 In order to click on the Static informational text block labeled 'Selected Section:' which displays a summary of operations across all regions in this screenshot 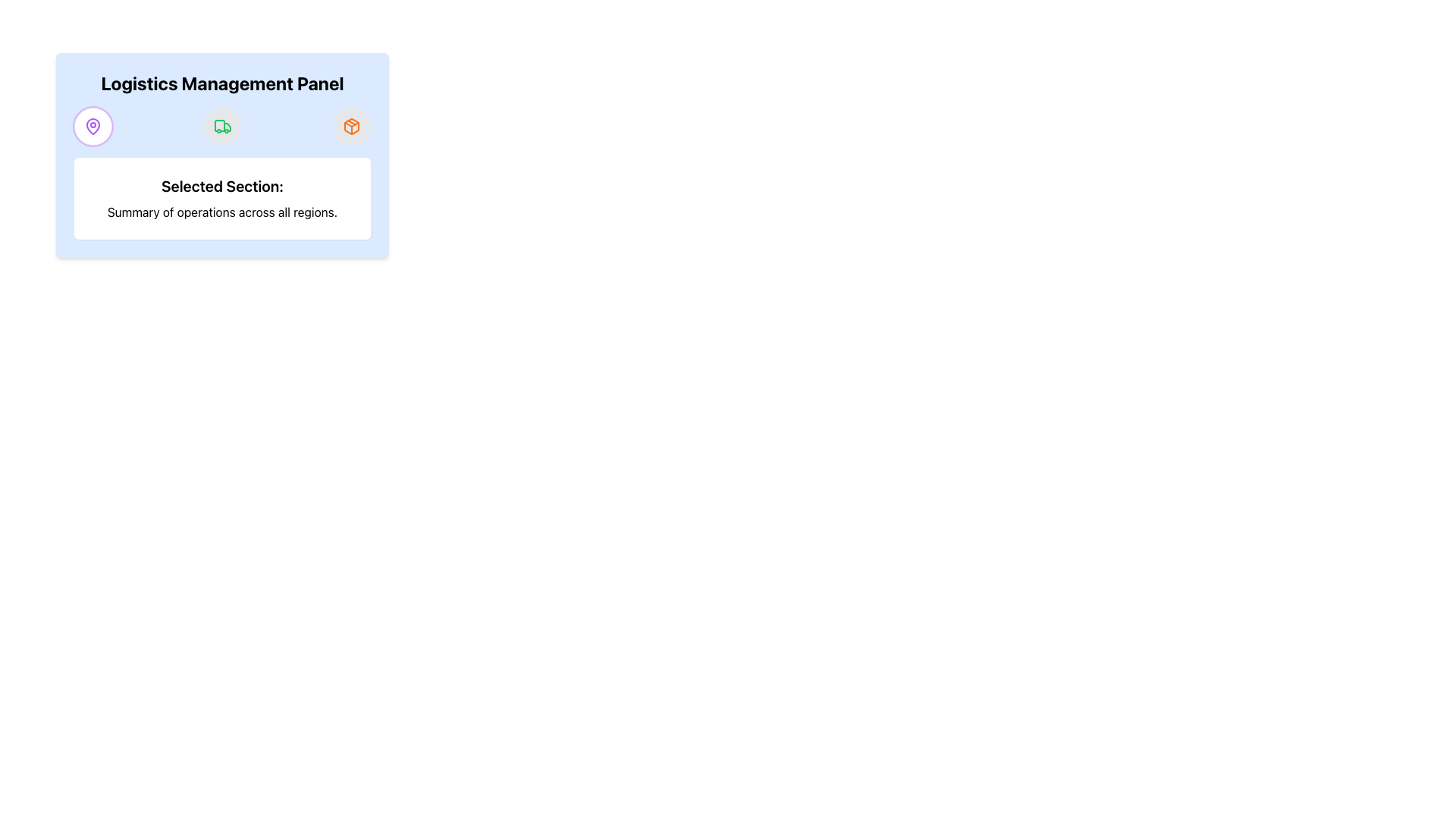, I will do `click(221, 198)`.